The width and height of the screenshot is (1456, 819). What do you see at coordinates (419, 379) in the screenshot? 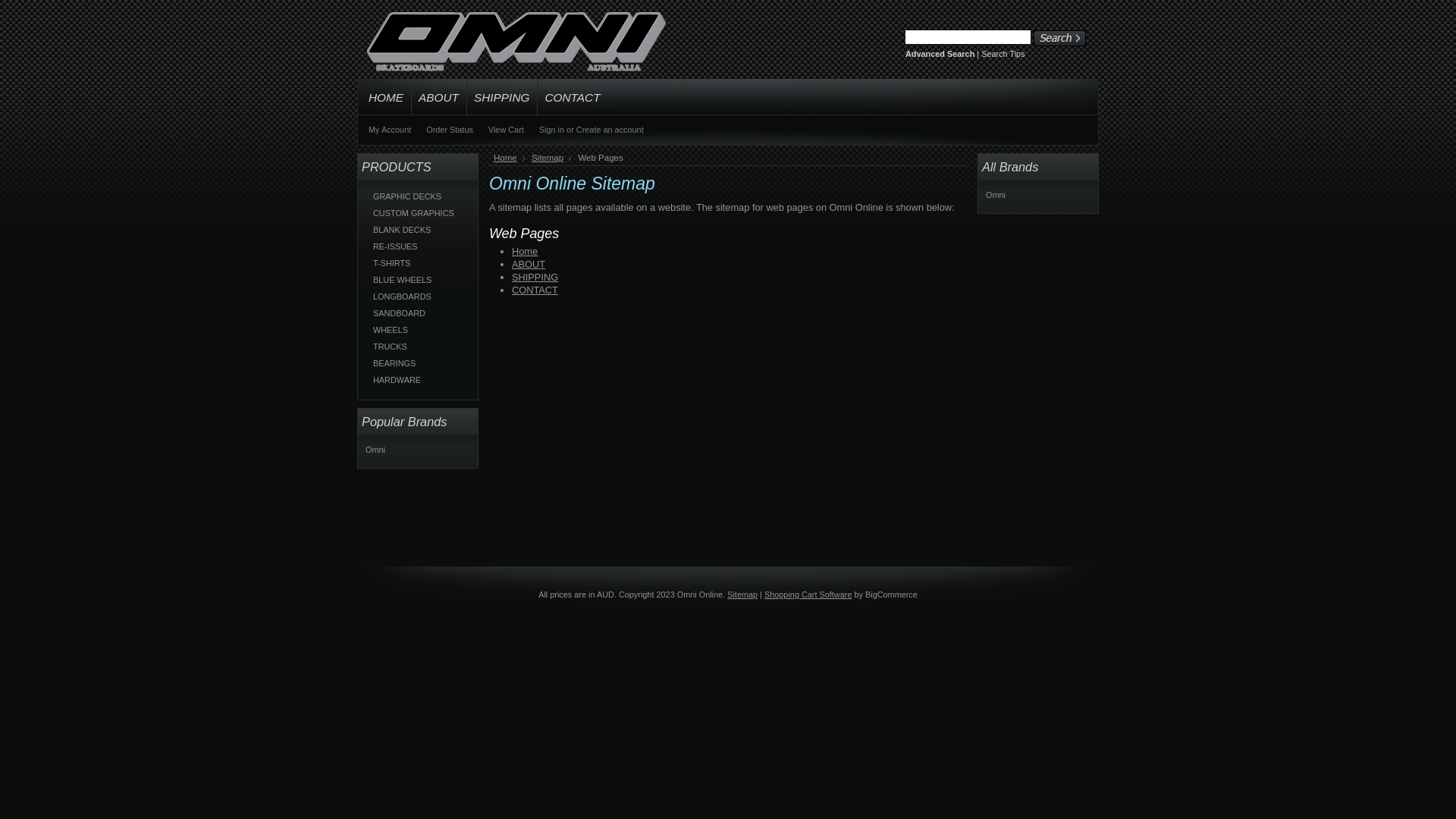
I see `'HARDWARE'` at bounding box center [419, 379].